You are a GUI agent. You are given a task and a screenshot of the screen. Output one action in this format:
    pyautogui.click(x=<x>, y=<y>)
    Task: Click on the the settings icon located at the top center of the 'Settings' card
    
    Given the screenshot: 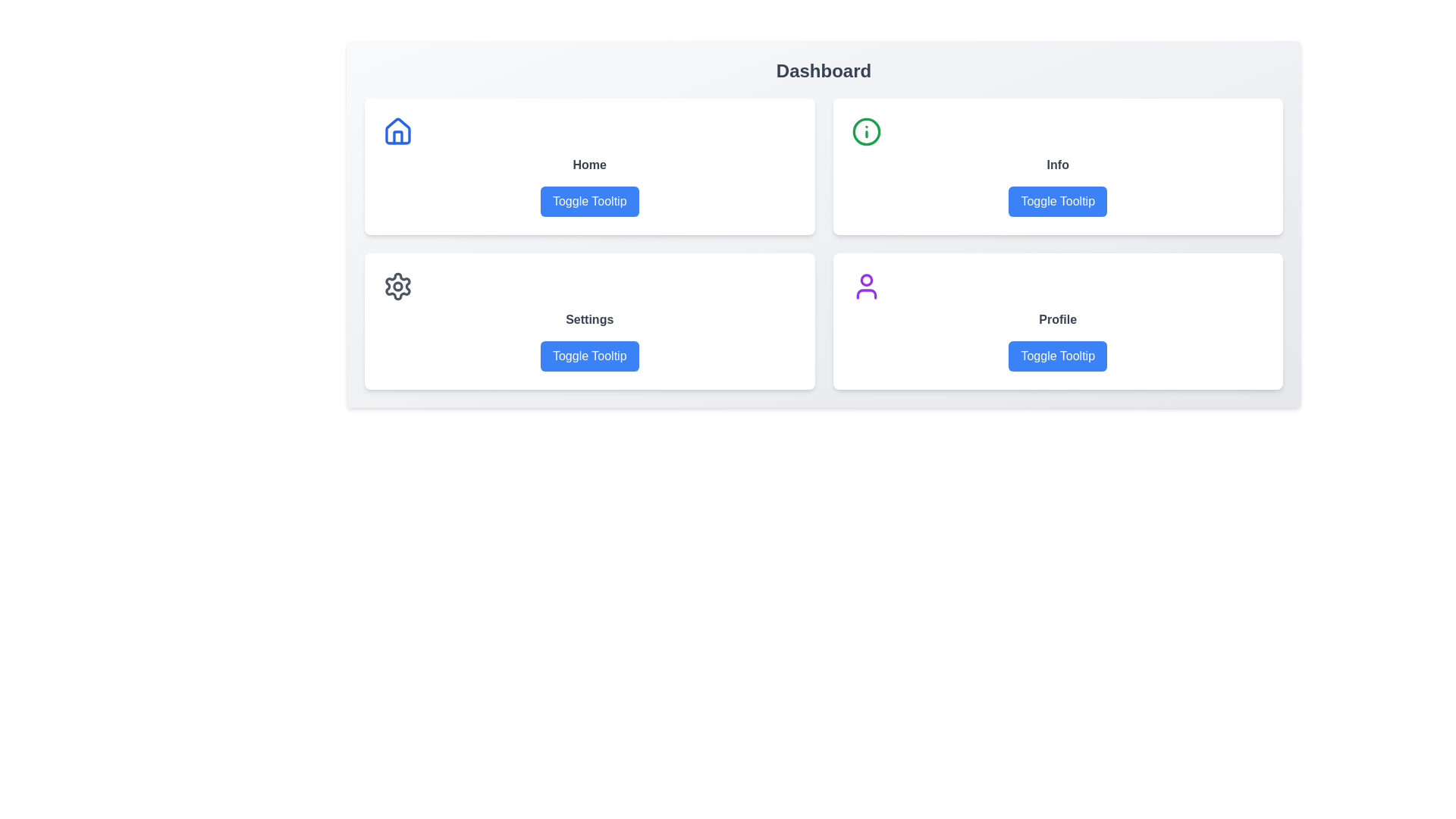 What is the action you would take?
    pyautogui.click(x=397, y=287)
    